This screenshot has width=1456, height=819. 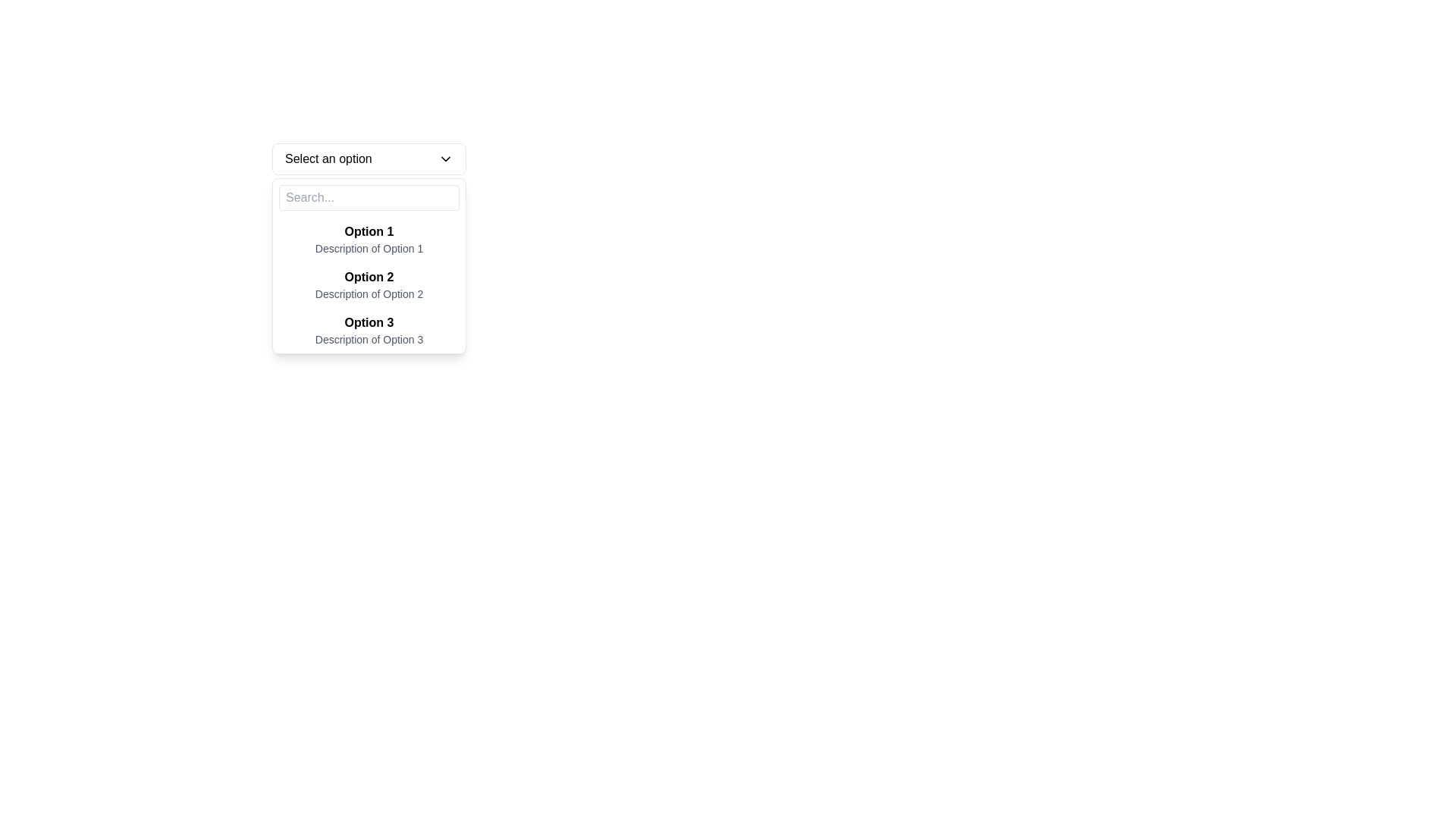 I want to click on the dropdown menu item located in the middle of the dropdown list, so click(x=369, y=284).